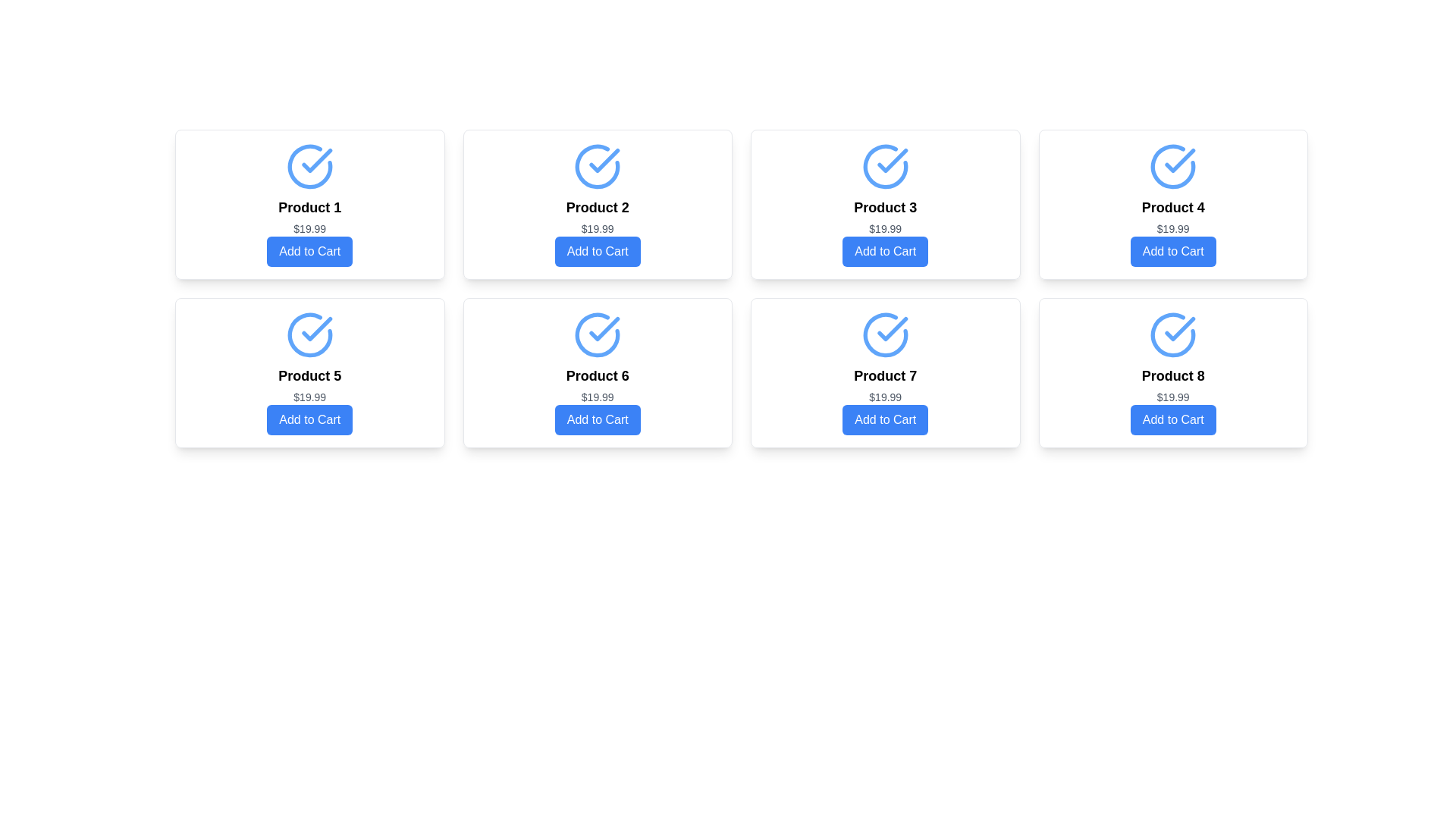  Describe the element at coordinates (309, 205) in the screenshot. I see `the first product card in the grid layout` at that location.